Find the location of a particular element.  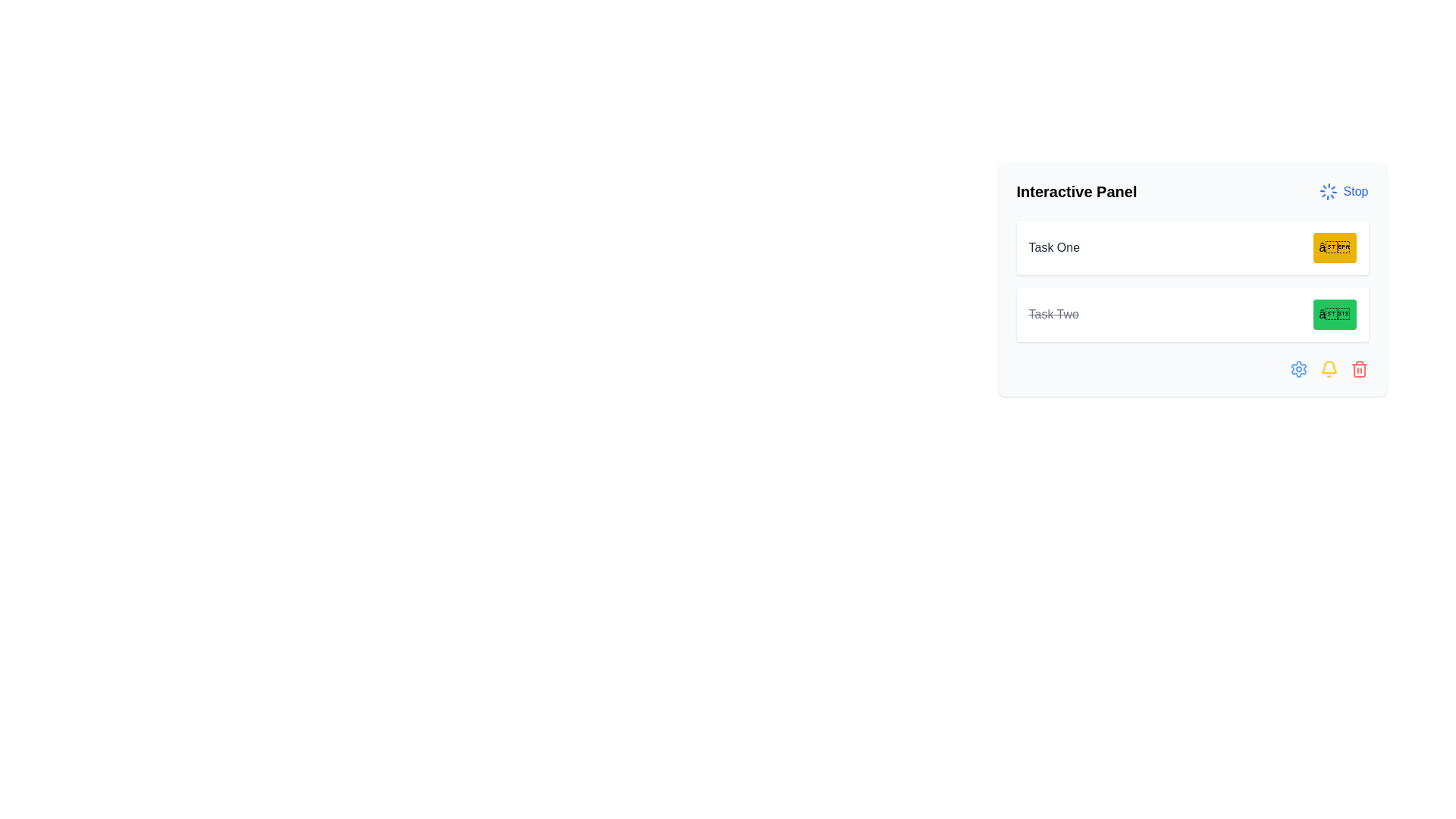

the small, rounded rectangle button with a green background containing a checkmark symbol ('✓') to mark the task as done is located at coordinates (1335, 314).